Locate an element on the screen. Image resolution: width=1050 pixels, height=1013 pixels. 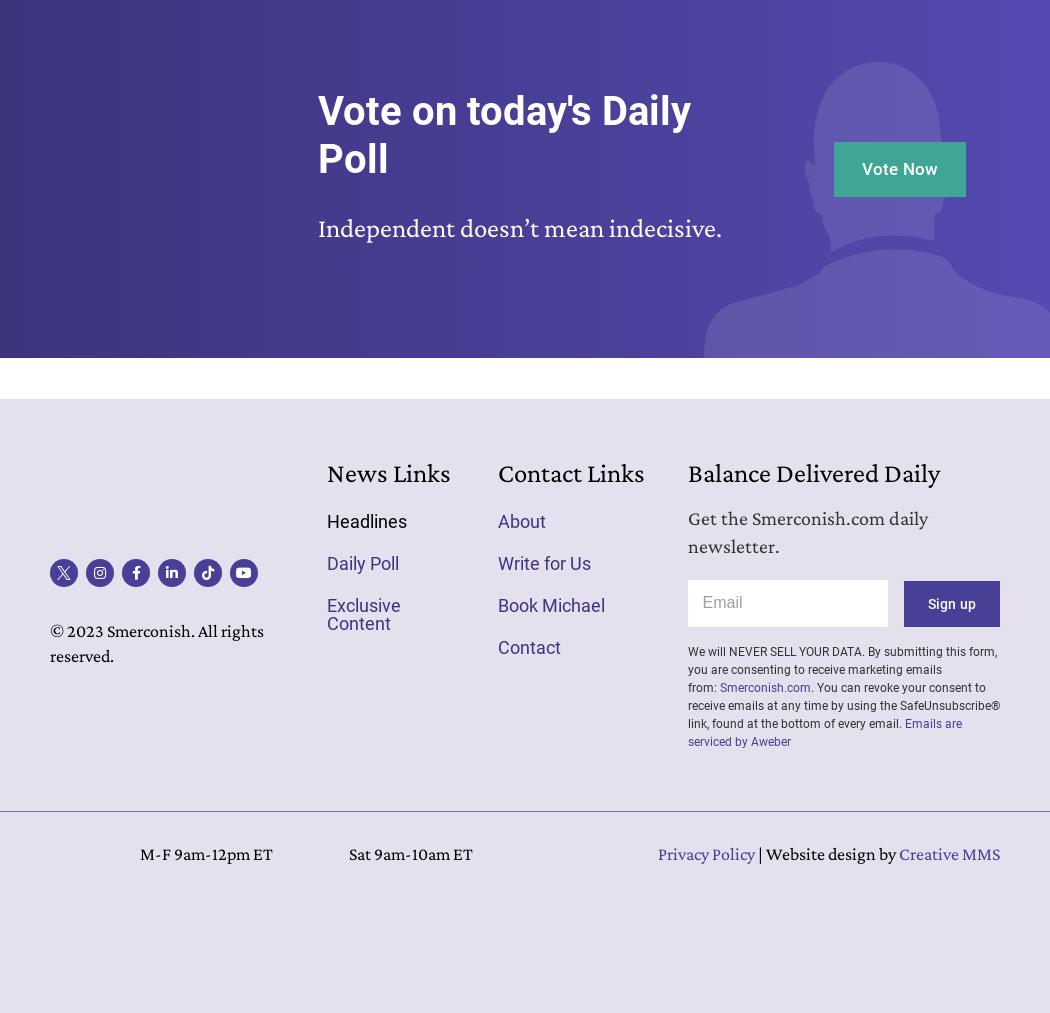
'Vote Now' is located at coordinates (861, 167).